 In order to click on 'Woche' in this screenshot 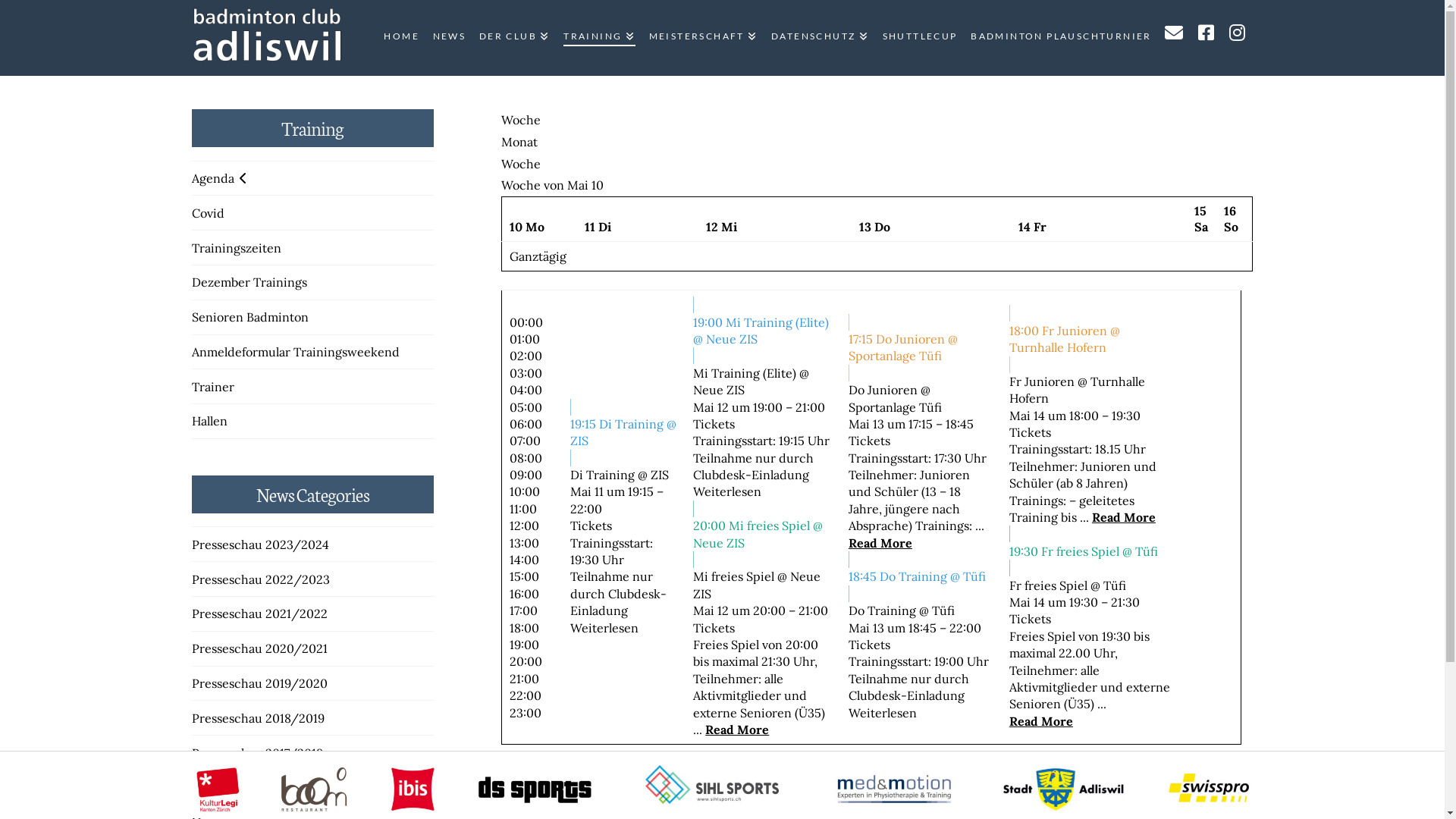, I will do `click(520, 119)`.